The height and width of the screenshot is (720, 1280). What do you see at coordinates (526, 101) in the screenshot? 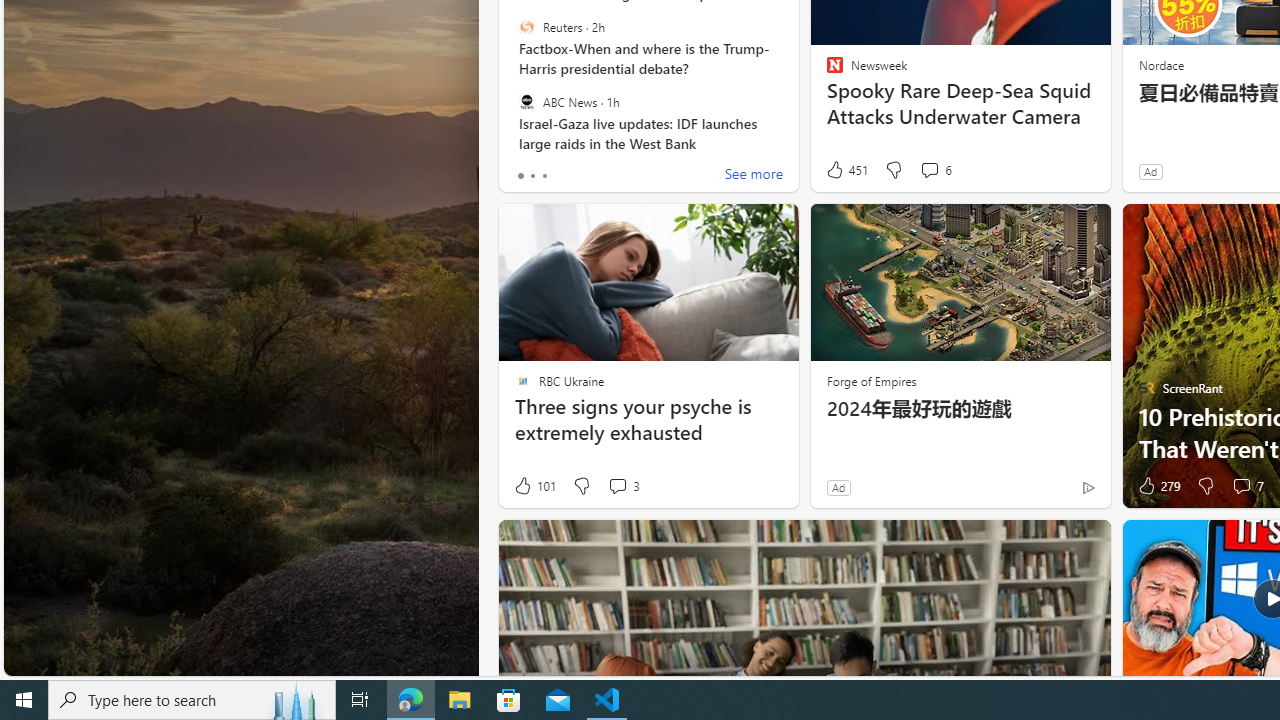
I see `'ABC News'` at bounding box center [526, 101].